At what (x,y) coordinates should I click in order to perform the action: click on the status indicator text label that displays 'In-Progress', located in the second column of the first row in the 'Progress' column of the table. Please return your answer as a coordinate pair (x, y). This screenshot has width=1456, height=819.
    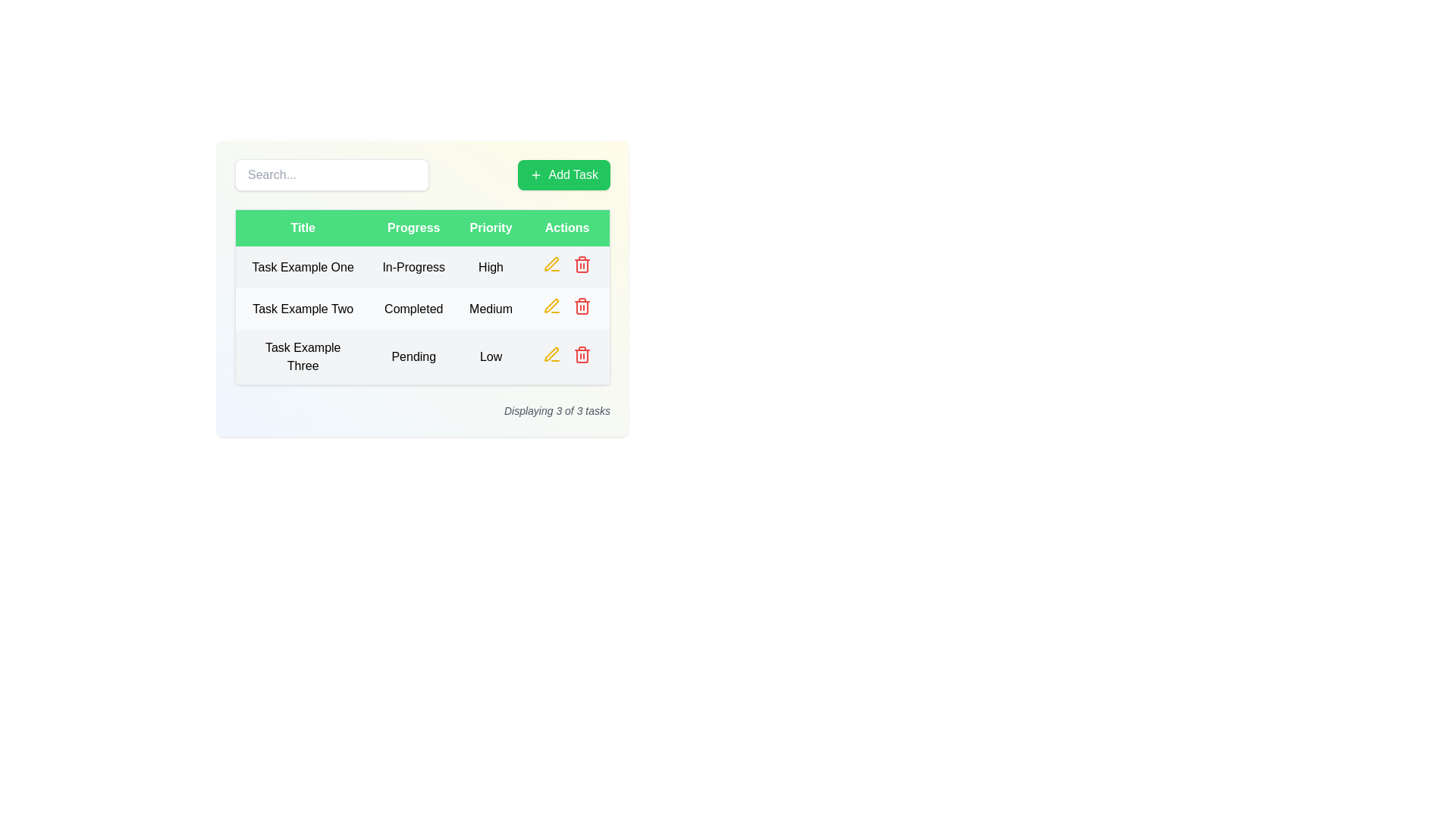
    Looking at the image, I should click on (413, 266).